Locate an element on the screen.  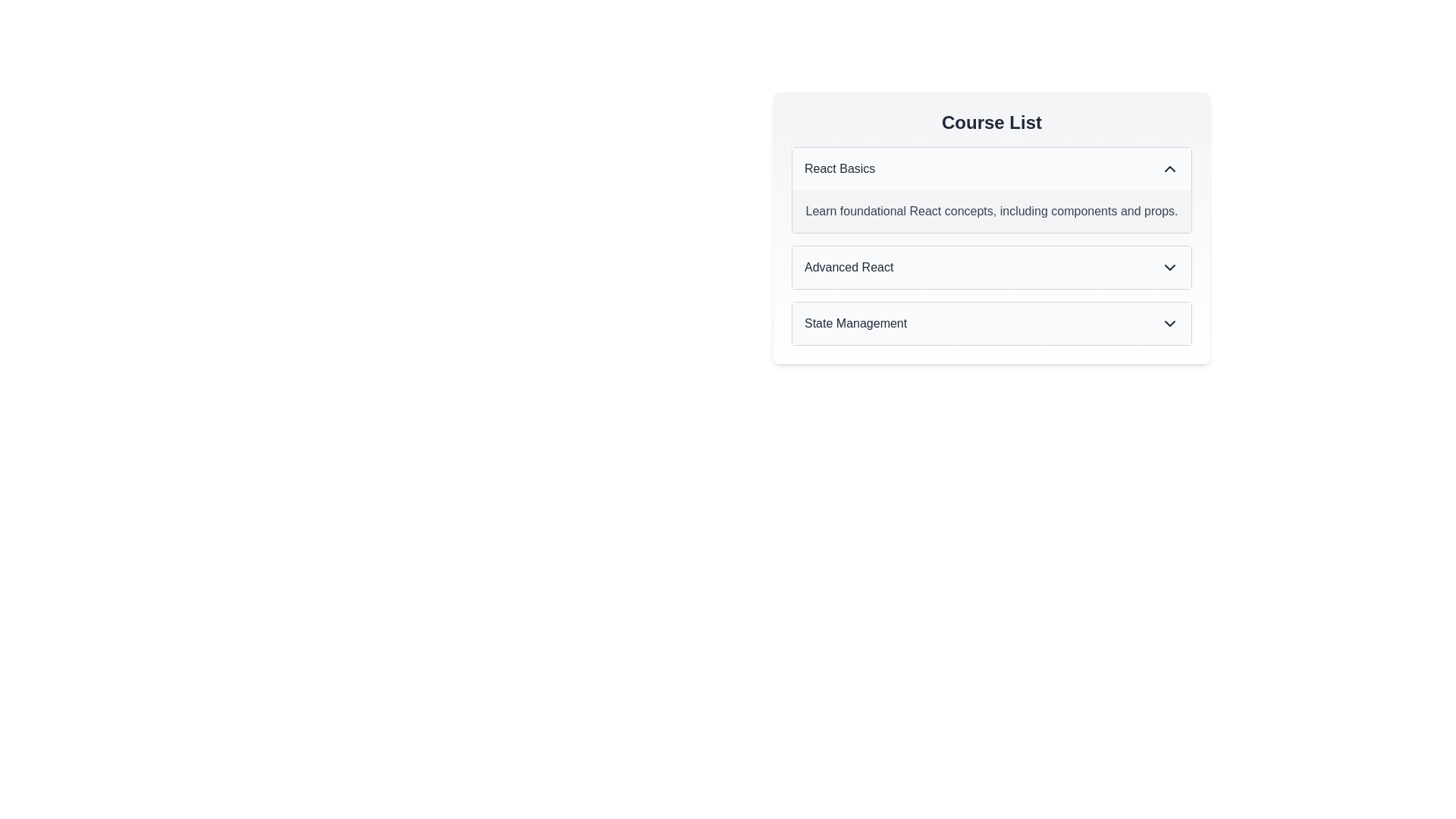
the 'Advanced React' collapsible section header for keyboard navigation is located at coordinates (992, 267).